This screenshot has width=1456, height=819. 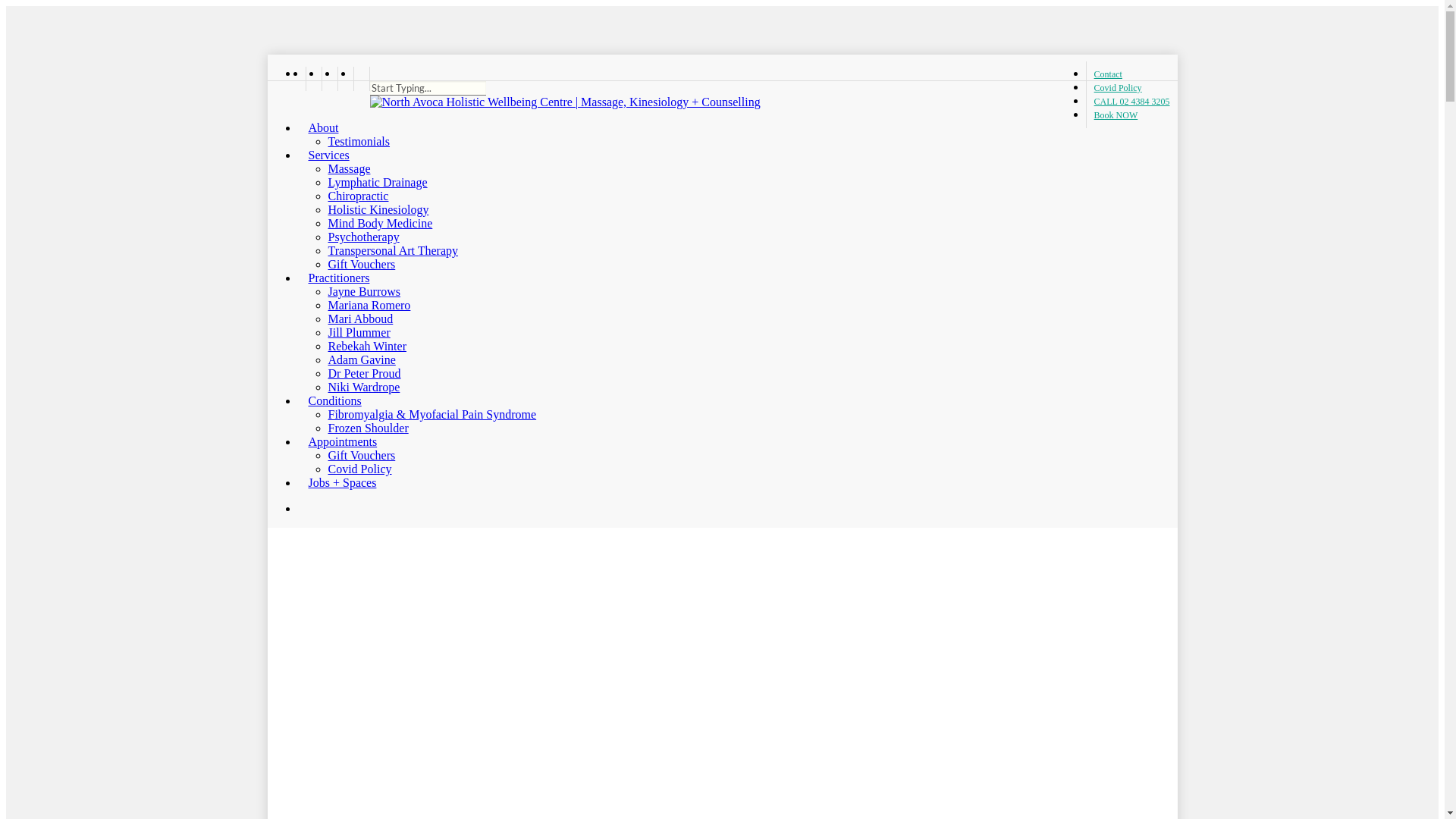 What do you see at coordinates (378, 209) in the screenshot?
I see `'Holistic Kinesiology'` at bounding box center [378, 209].